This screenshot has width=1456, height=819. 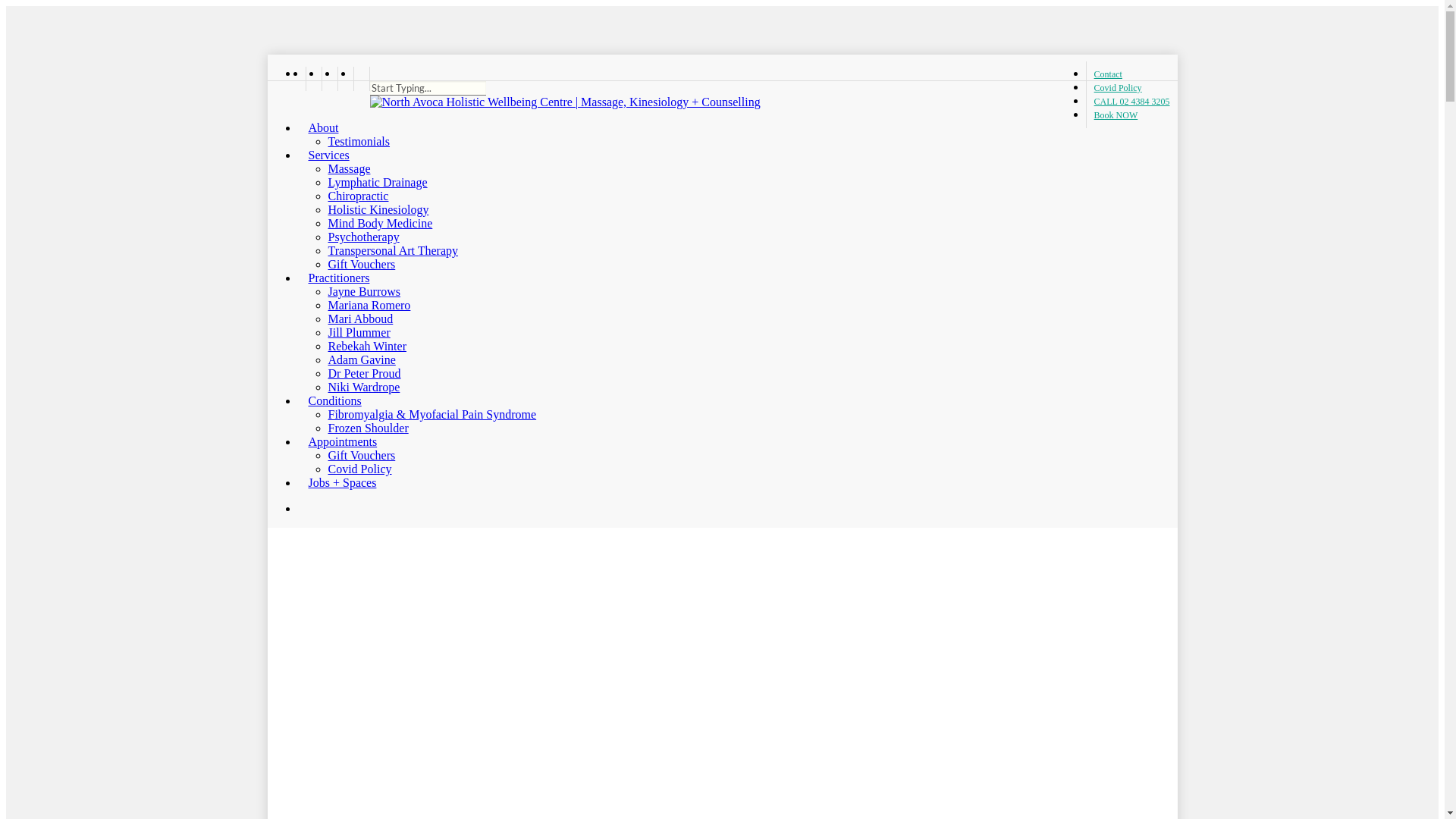 What do you see at coordinates (378, 209) in the screenshot?
I see `'Holistic Kinesiology'` at bounding box center [378, 209].